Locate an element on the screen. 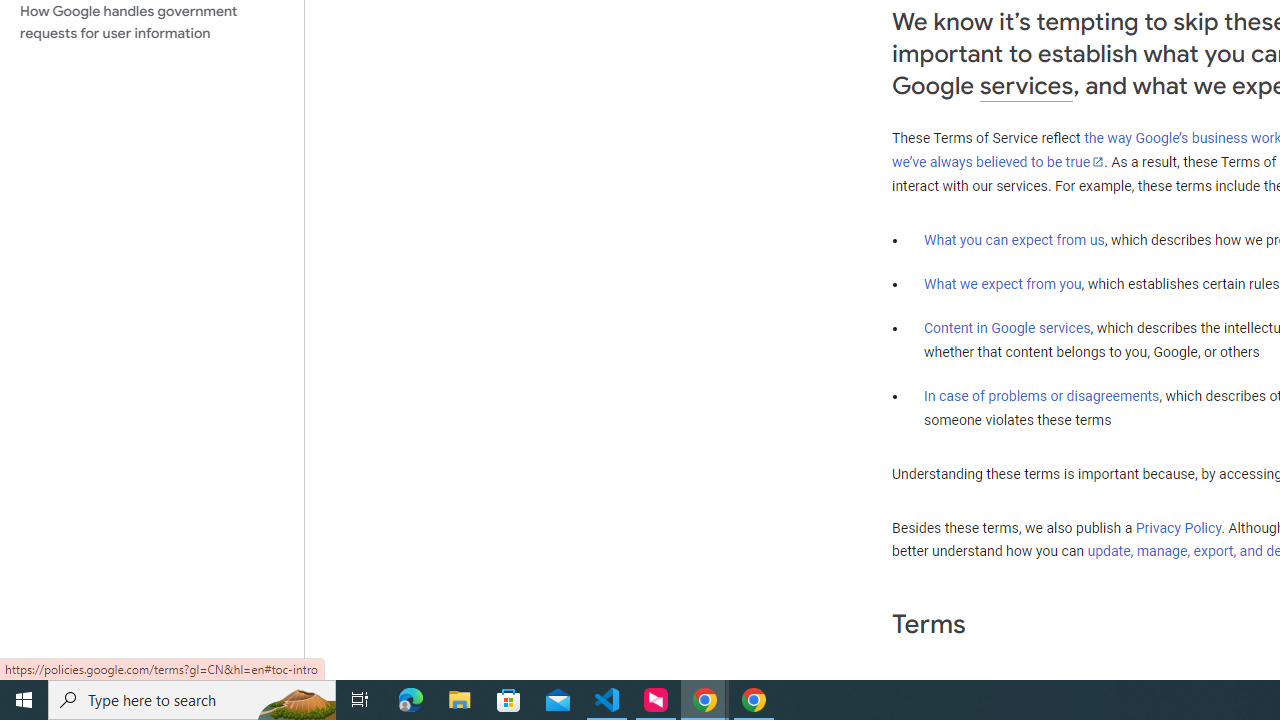  'In case of problems or disagreements' is located at coordinates (1040, 396).